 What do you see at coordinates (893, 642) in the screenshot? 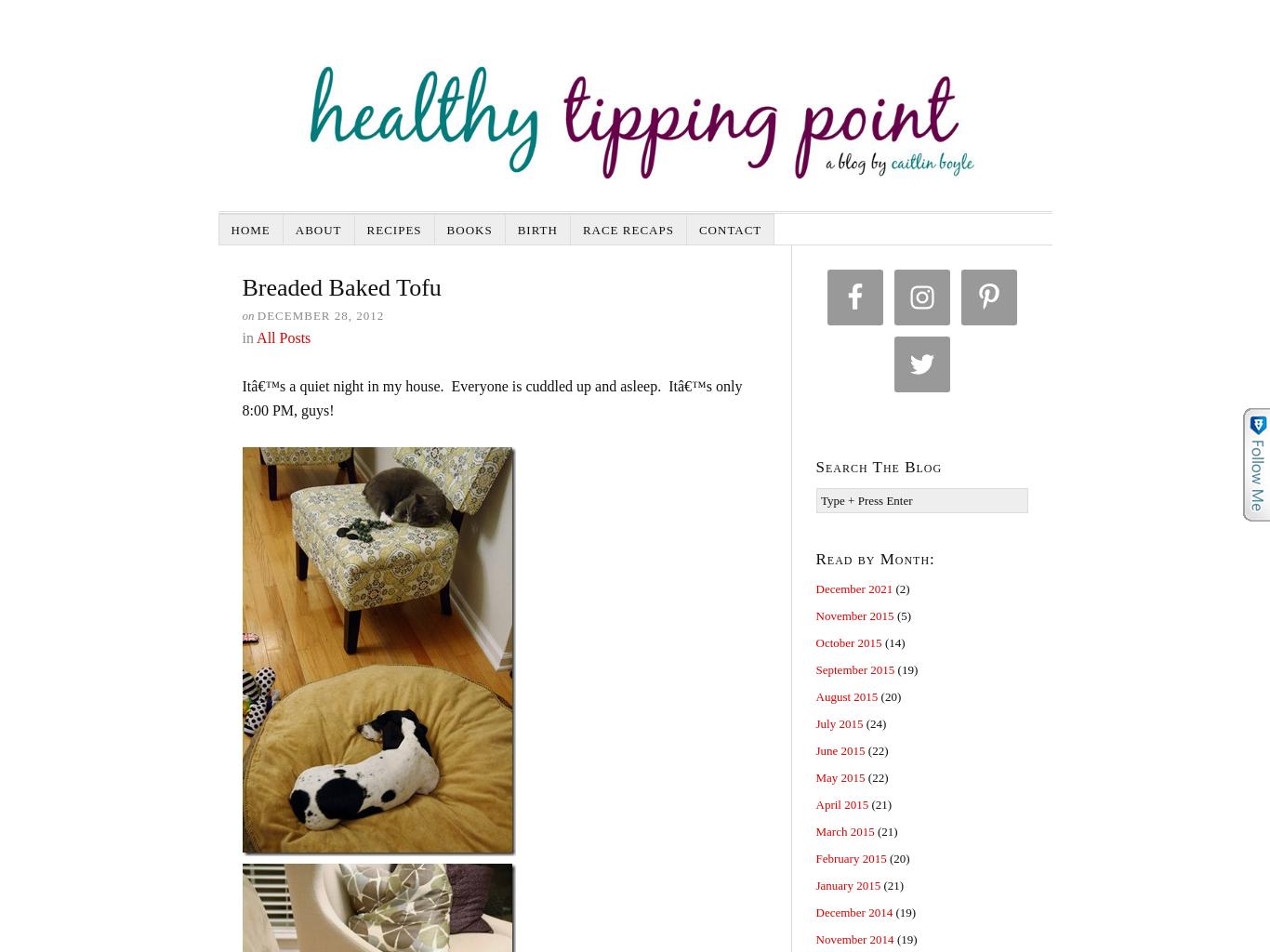
I see `'(14)'` at bounding box center [893, 642].